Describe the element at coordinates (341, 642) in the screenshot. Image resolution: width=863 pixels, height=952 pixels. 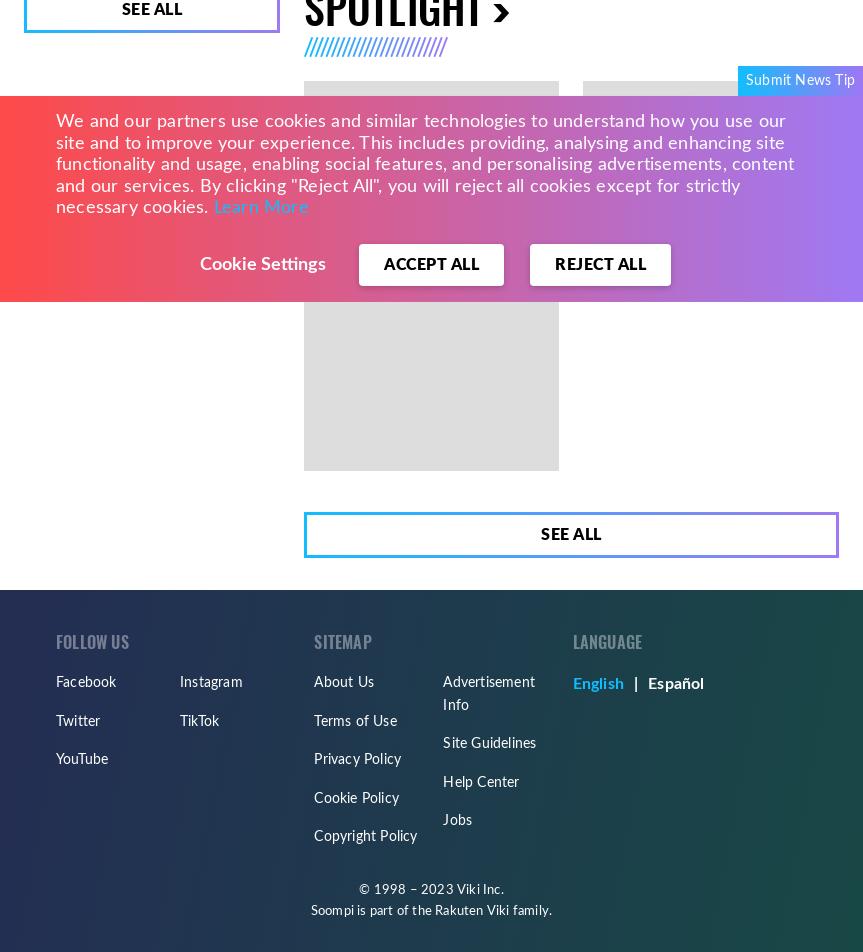
I see `'Sitemap'` at that location.